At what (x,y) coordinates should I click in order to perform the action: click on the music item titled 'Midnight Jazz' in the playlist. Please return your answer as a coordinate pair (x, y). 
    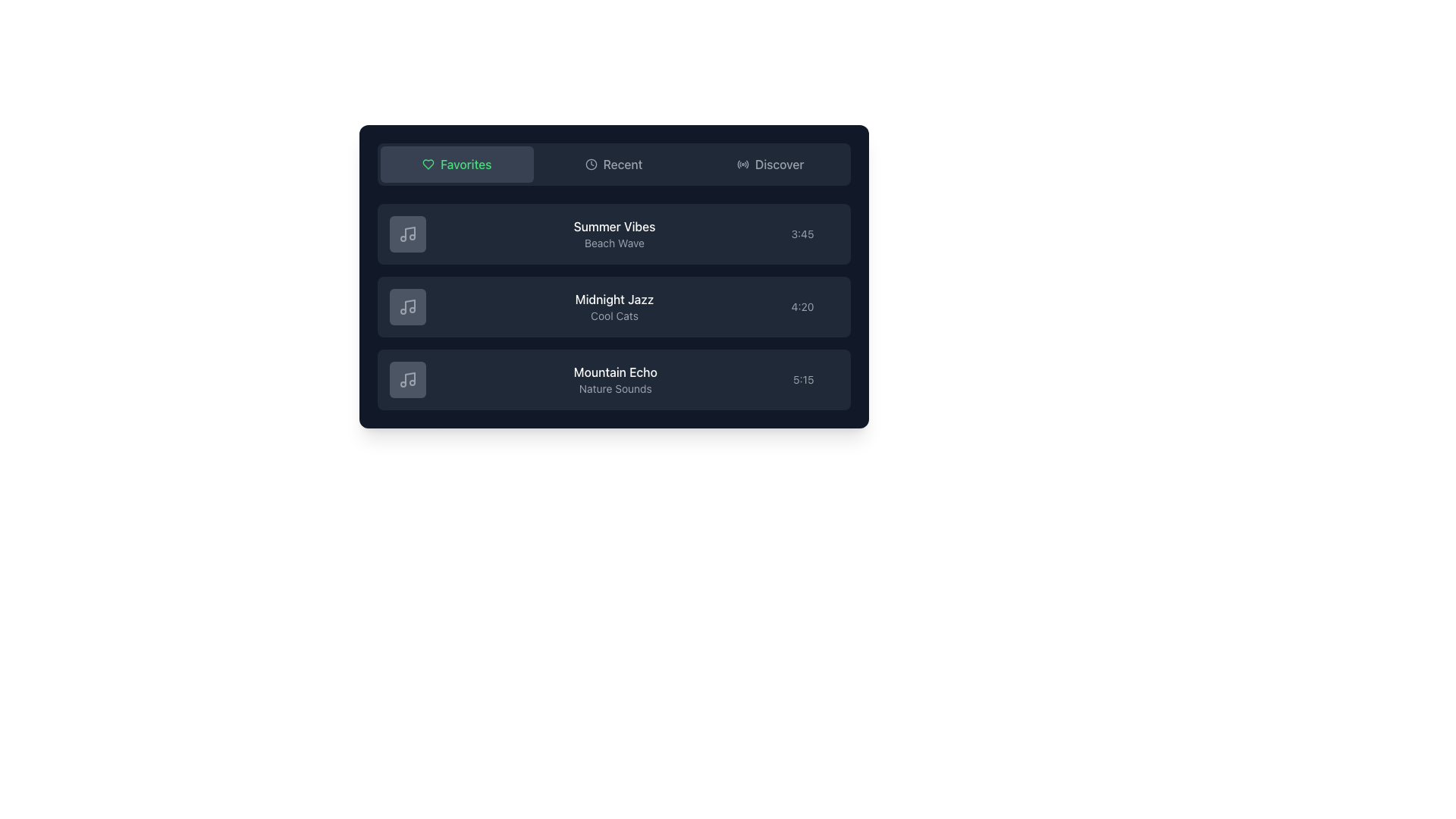
    Looking at the image, I should click on (613, 307).